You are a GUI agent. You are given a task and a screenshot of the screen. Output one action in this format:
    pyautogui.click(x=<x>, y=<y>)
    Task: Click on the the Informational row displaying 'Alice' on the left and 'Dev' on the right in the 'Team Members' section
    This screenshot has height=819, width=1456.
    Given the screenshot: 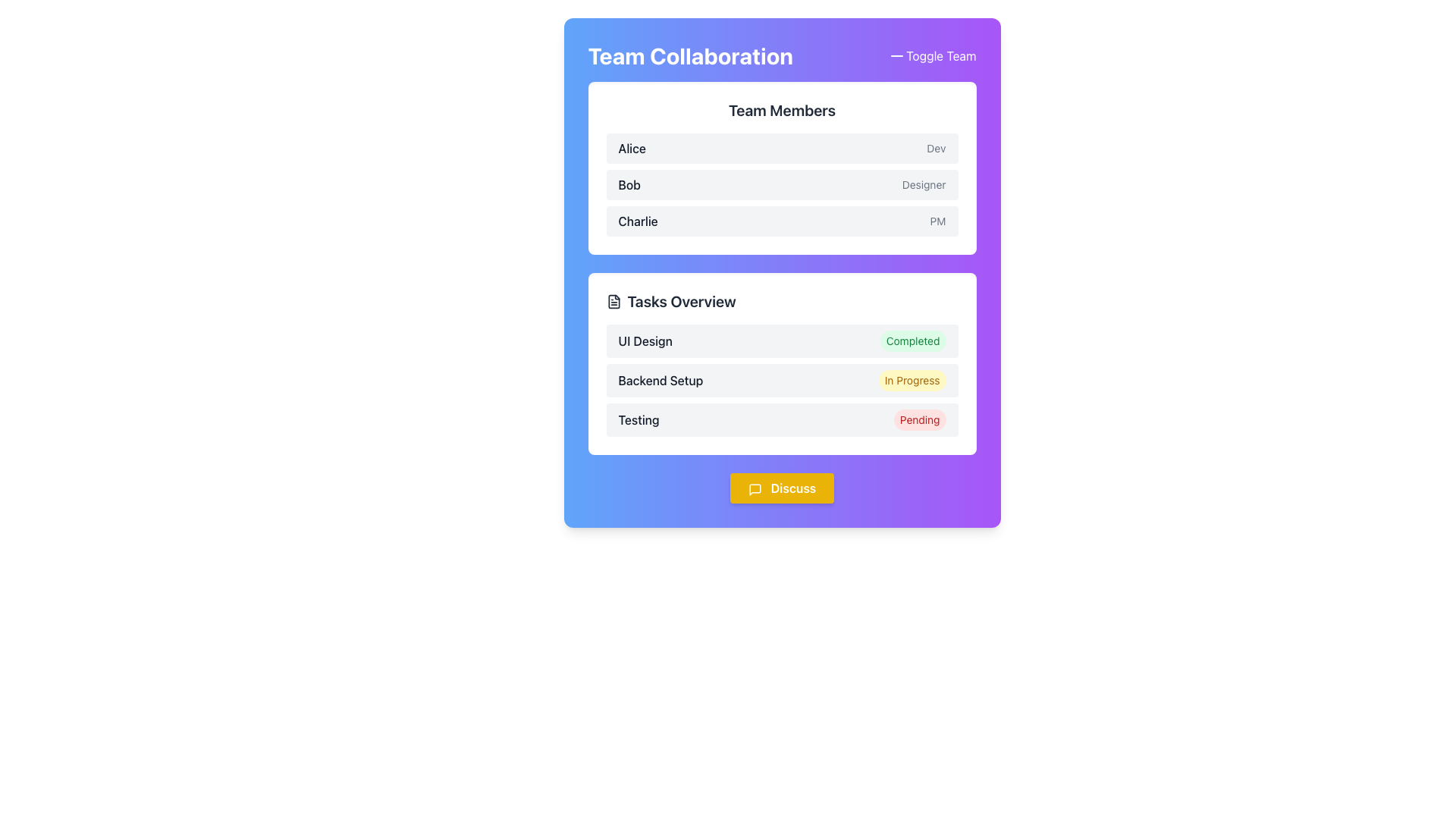 What is the action you would take?
    pyautogui.click(x=782, y=149)
    